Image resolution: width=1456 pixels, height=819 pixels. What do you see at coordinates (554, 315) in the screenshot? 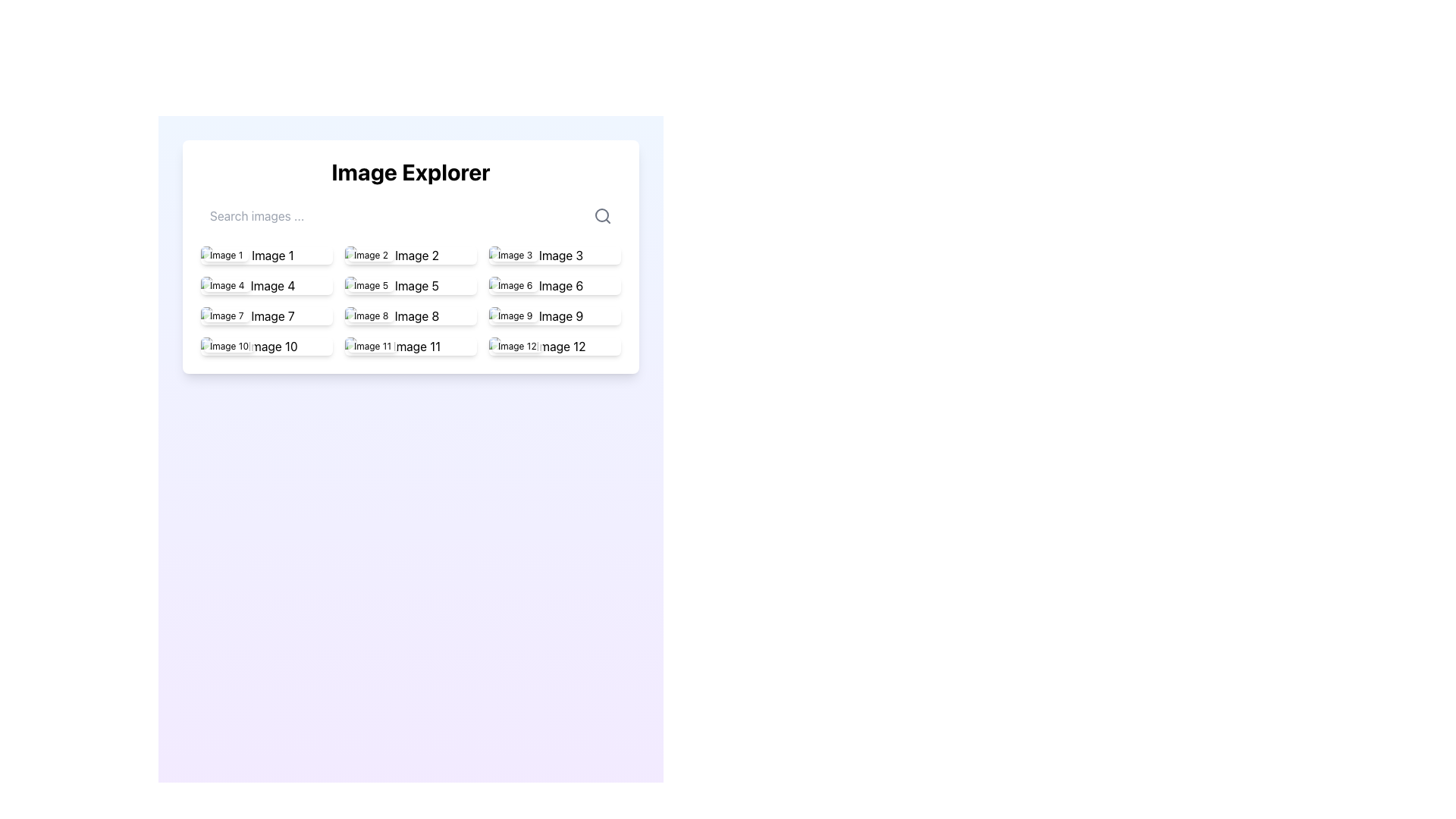
I see `the ninth image in the grid, which is labeled and located in the third row, third column` at bounding box center [554, 315].